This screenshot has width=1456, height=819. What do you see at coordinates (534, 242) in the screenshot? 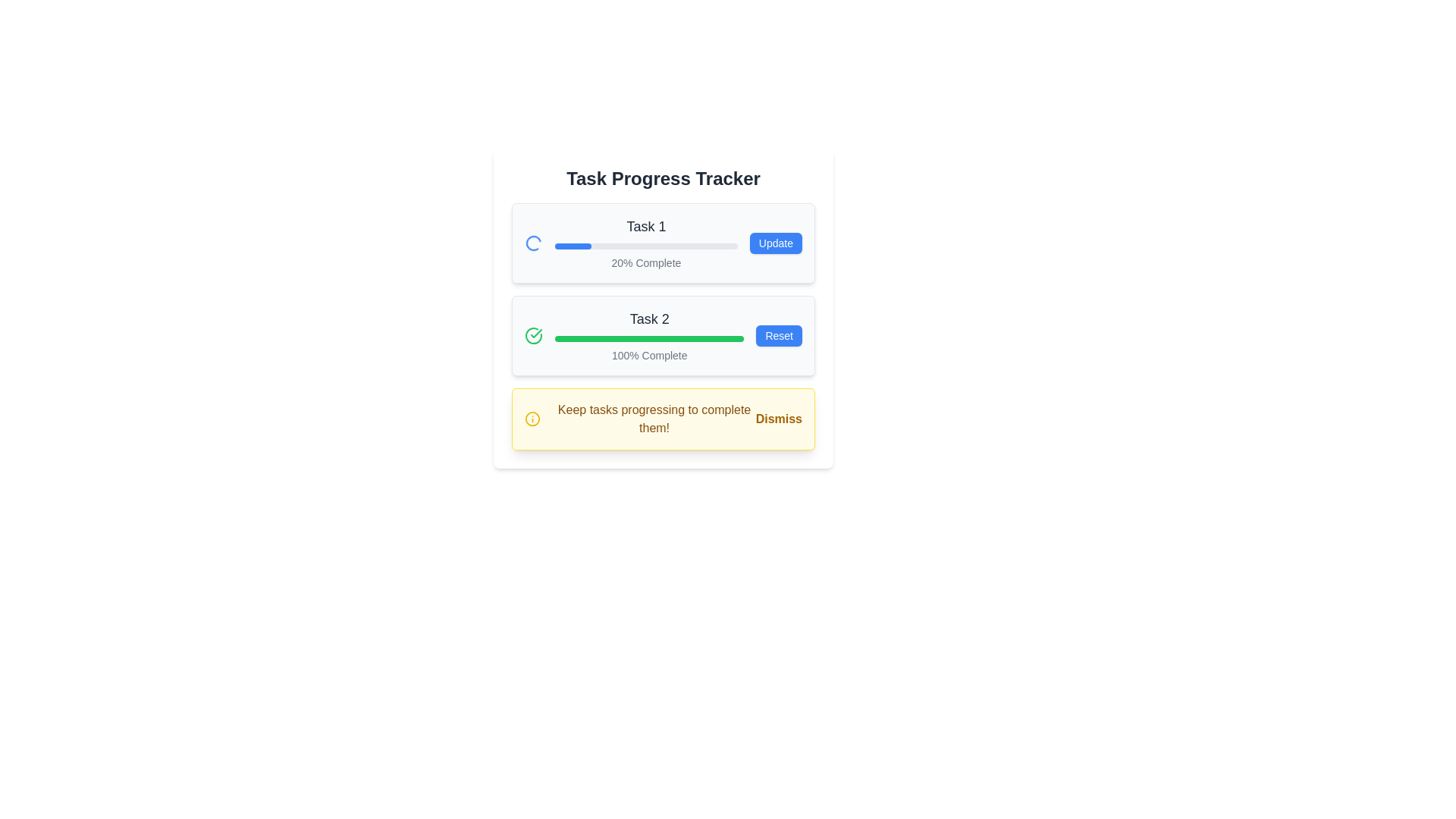
I see `the animation of the Spinner icon located near the left edge of Task 1's row in the Task Progress Tracker, aligned vertically with the 'Task 1' label and progress indicator` at bounding box center [534, 242].